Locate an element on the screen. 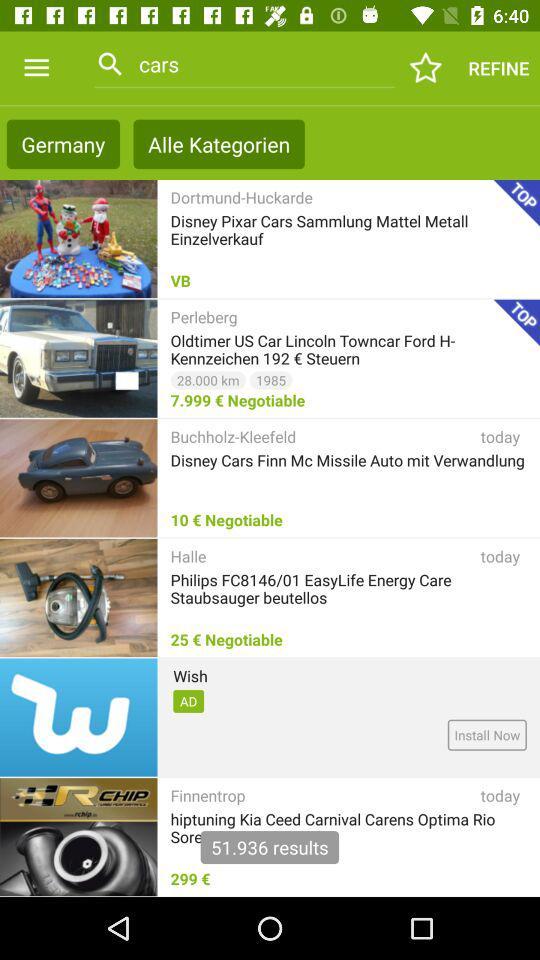 The image size is (540, 960). the refine is located at coordinates (497, 68).